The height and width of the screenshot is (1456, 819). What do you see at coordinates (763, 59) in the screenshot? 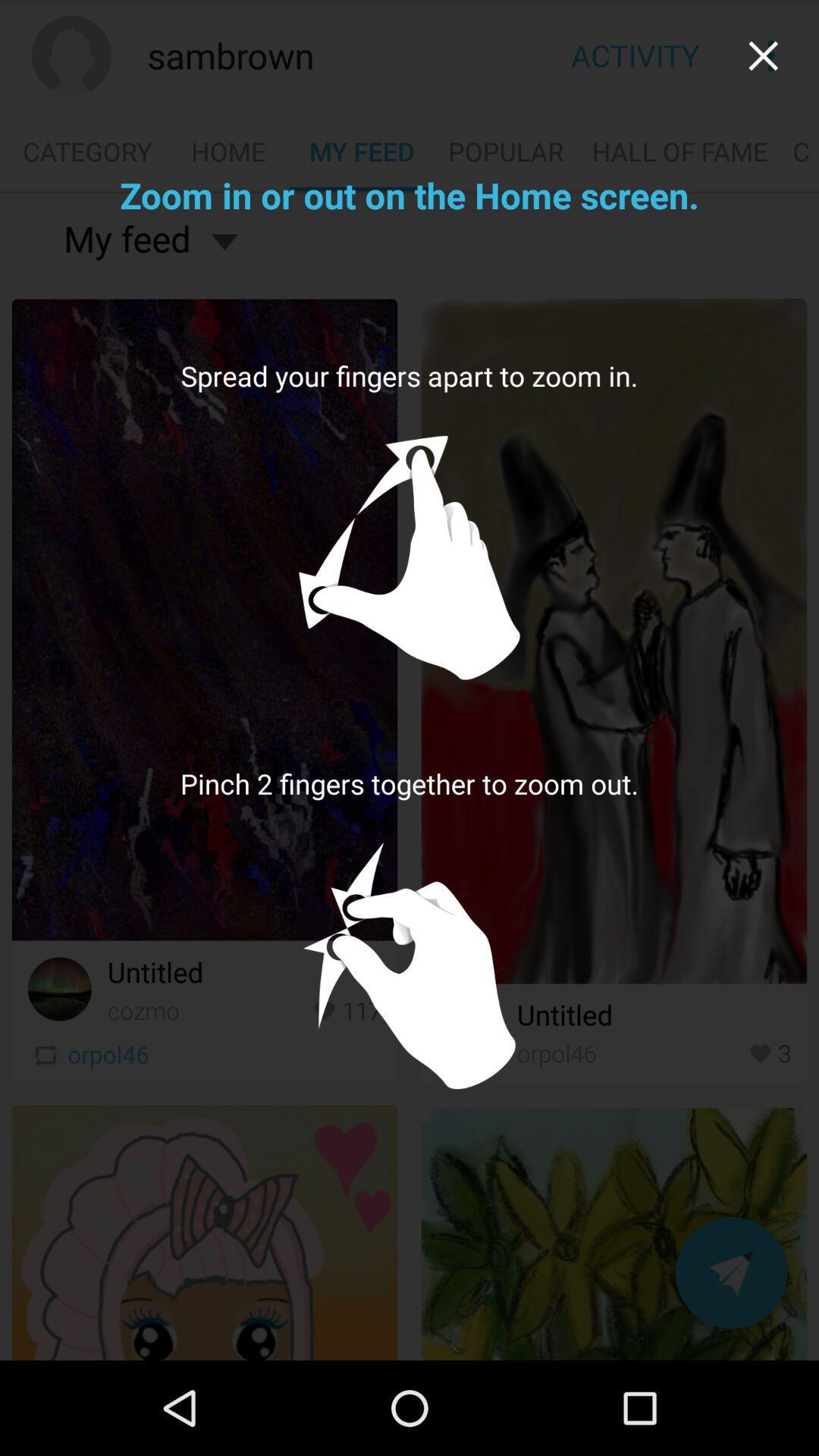
I see `the close icon` at bounding box center [763, 59].